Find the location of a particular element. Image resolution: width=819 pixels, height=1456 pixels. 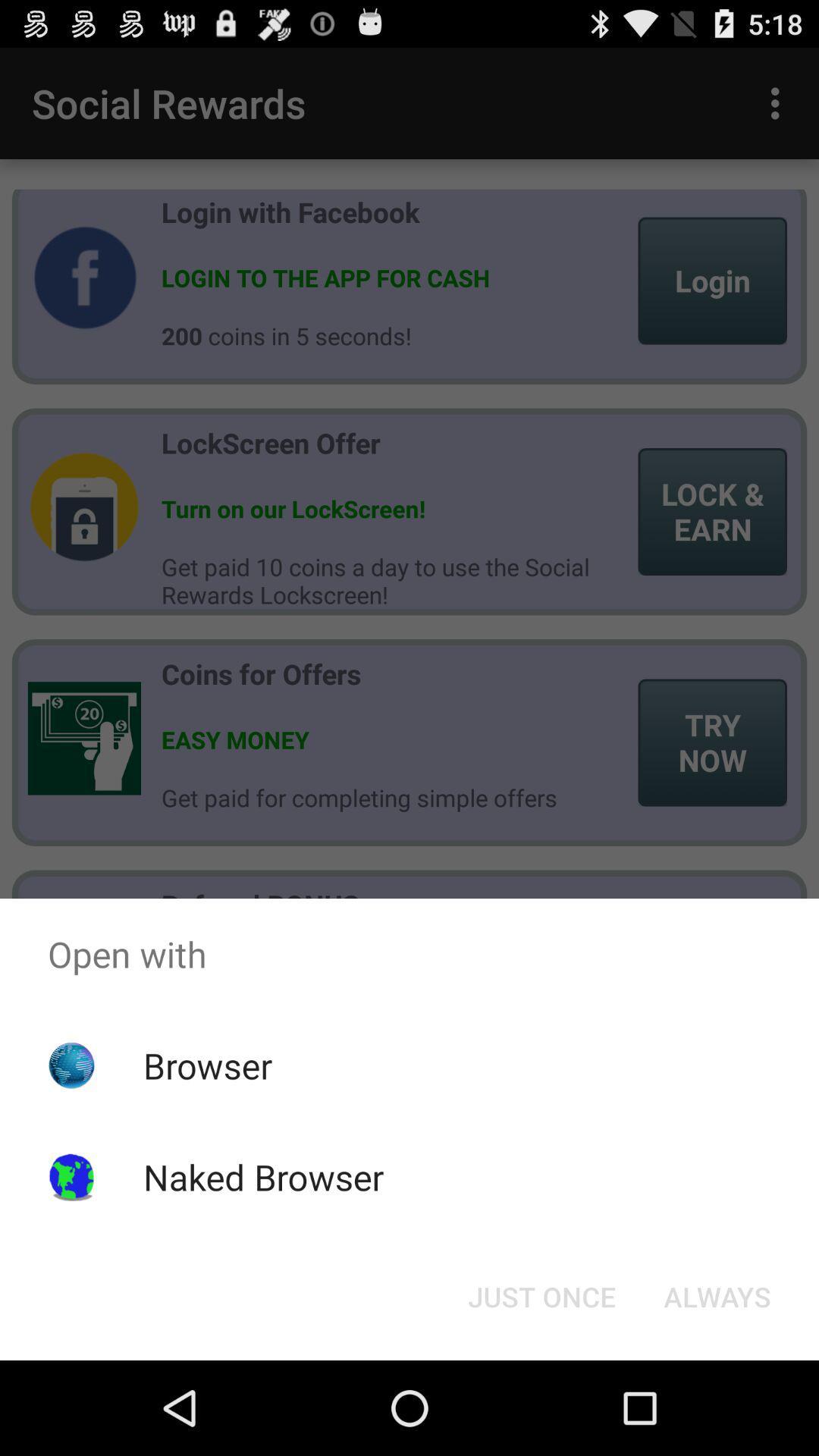

just once item is located at coordinates (541, 1295).